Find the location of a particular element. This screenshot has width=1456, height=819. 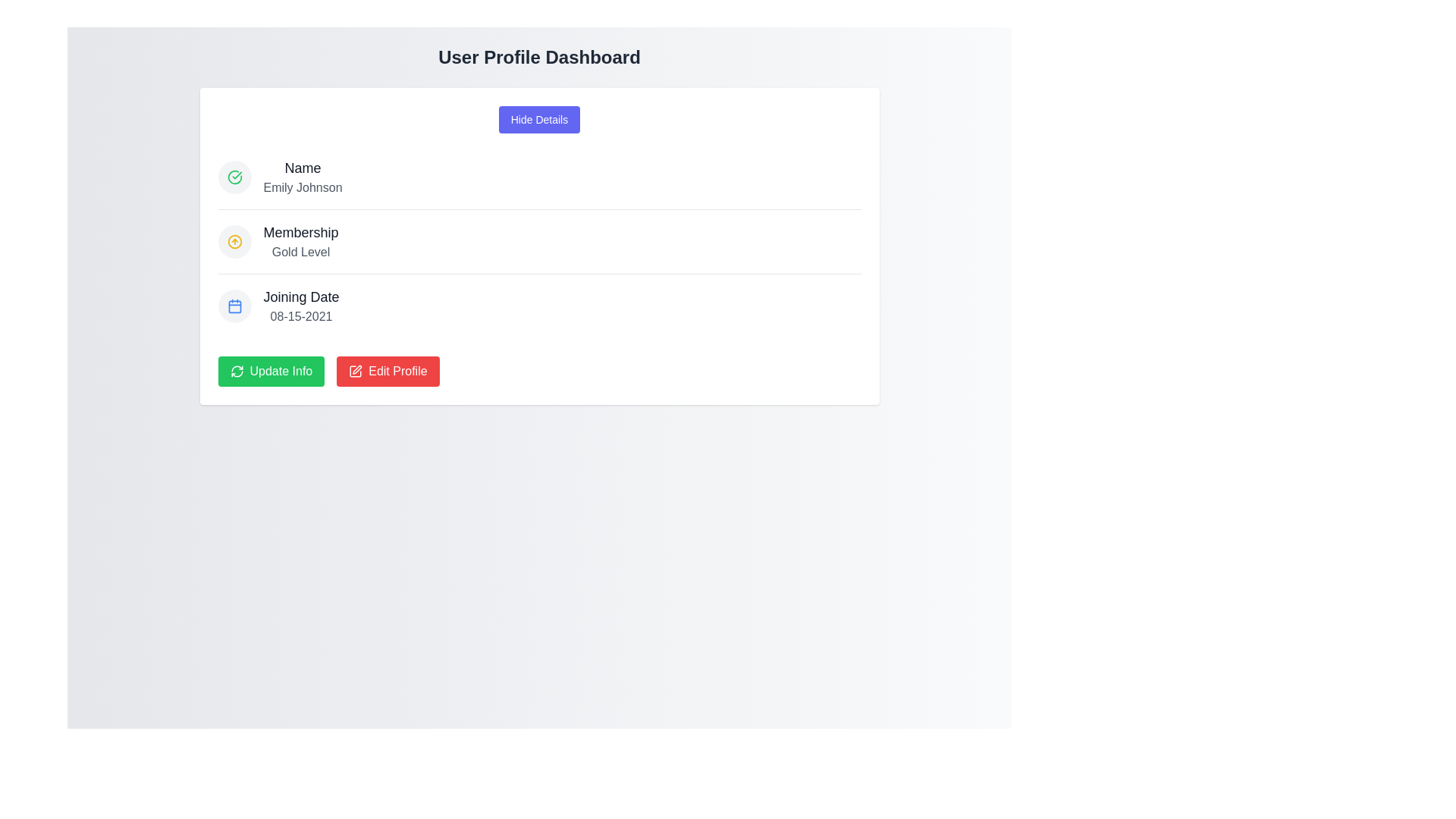

the static text label indicating the membership level associated with the profile, positioned directly below the 'Membership' text label is located at coordinates (301, 251).